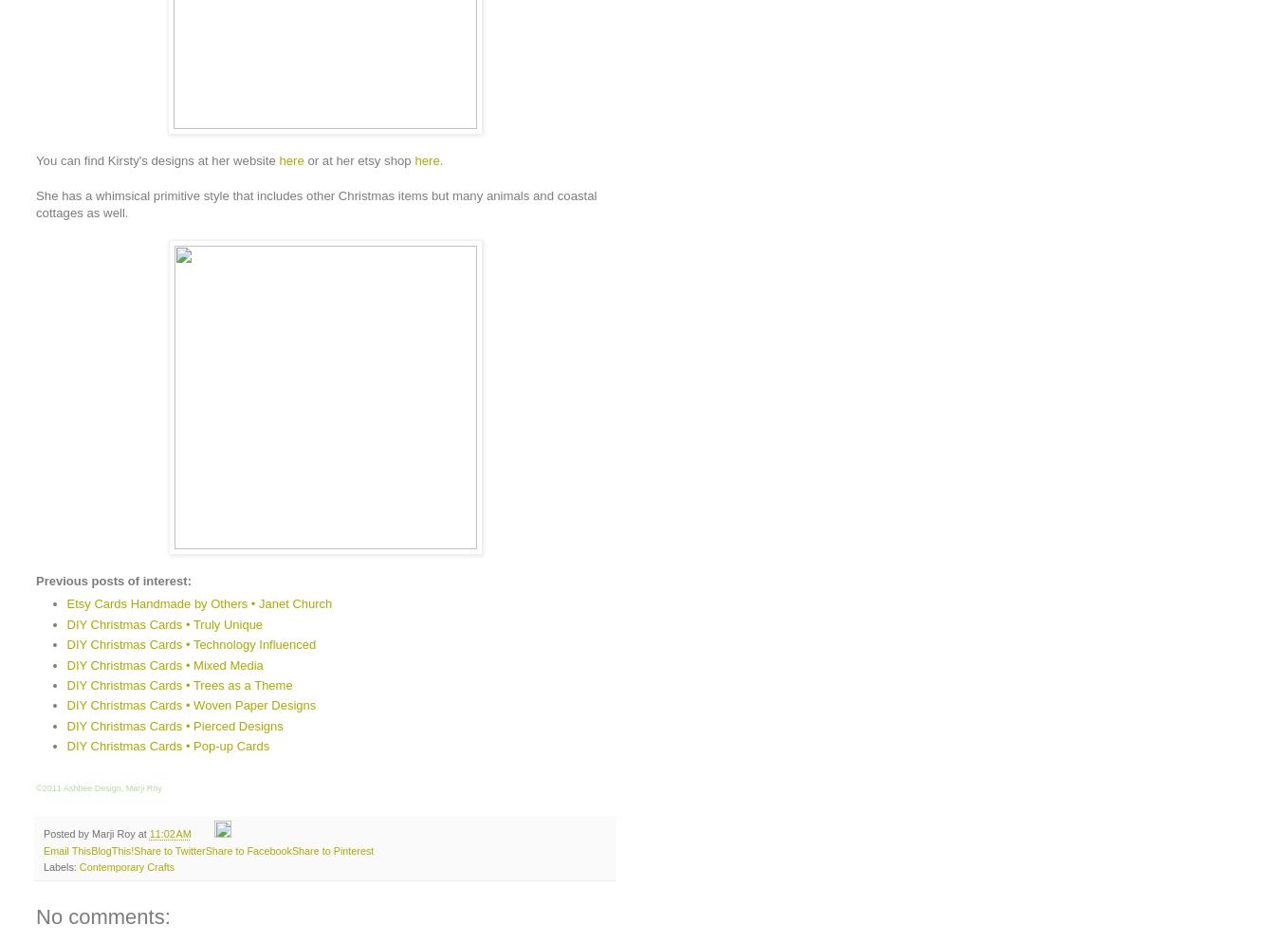  What do you see at coordinates (164, 663) in the screenshot?
I see `'DIY Christmas Cards • Mixed Media'` at bounding box center [164, 663].